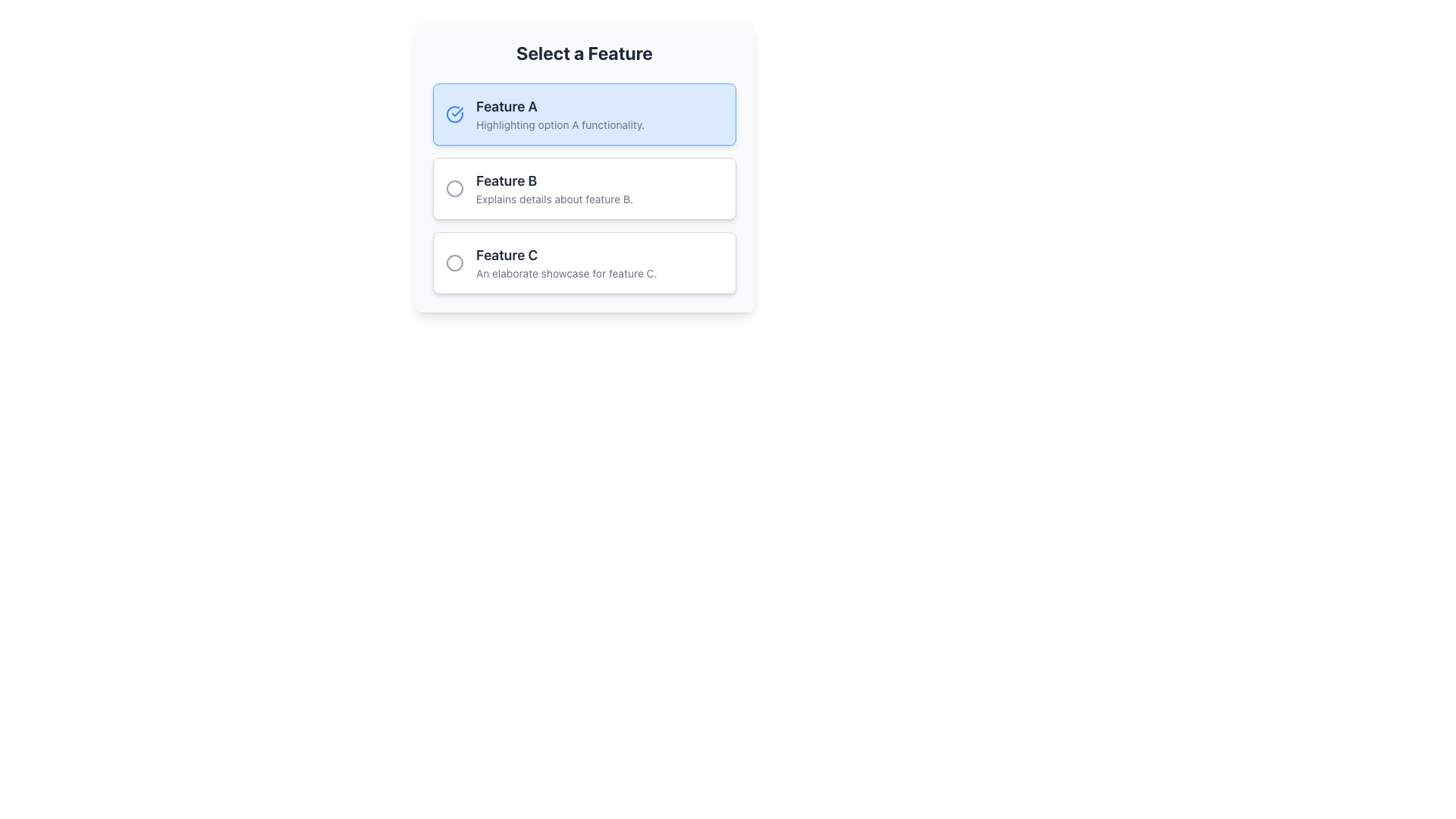  Describe the element at coordinates (454, 188) in the screenshot. I see `the radio button for 'Feature B' located to the left of the text 'Feature B Explains details about feature B'` at that location.